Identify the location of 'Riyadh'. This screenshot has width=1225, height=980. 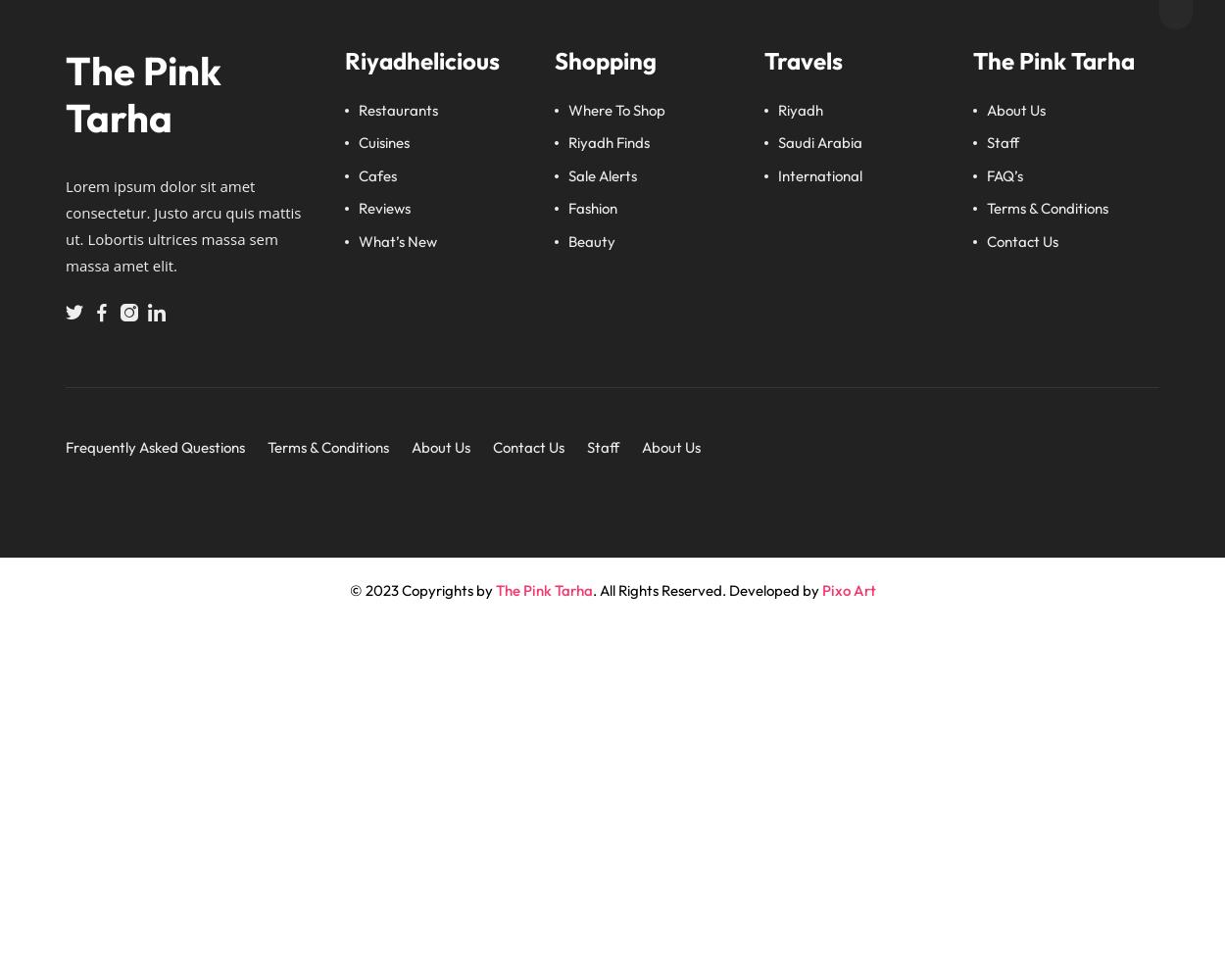
(799, 108).